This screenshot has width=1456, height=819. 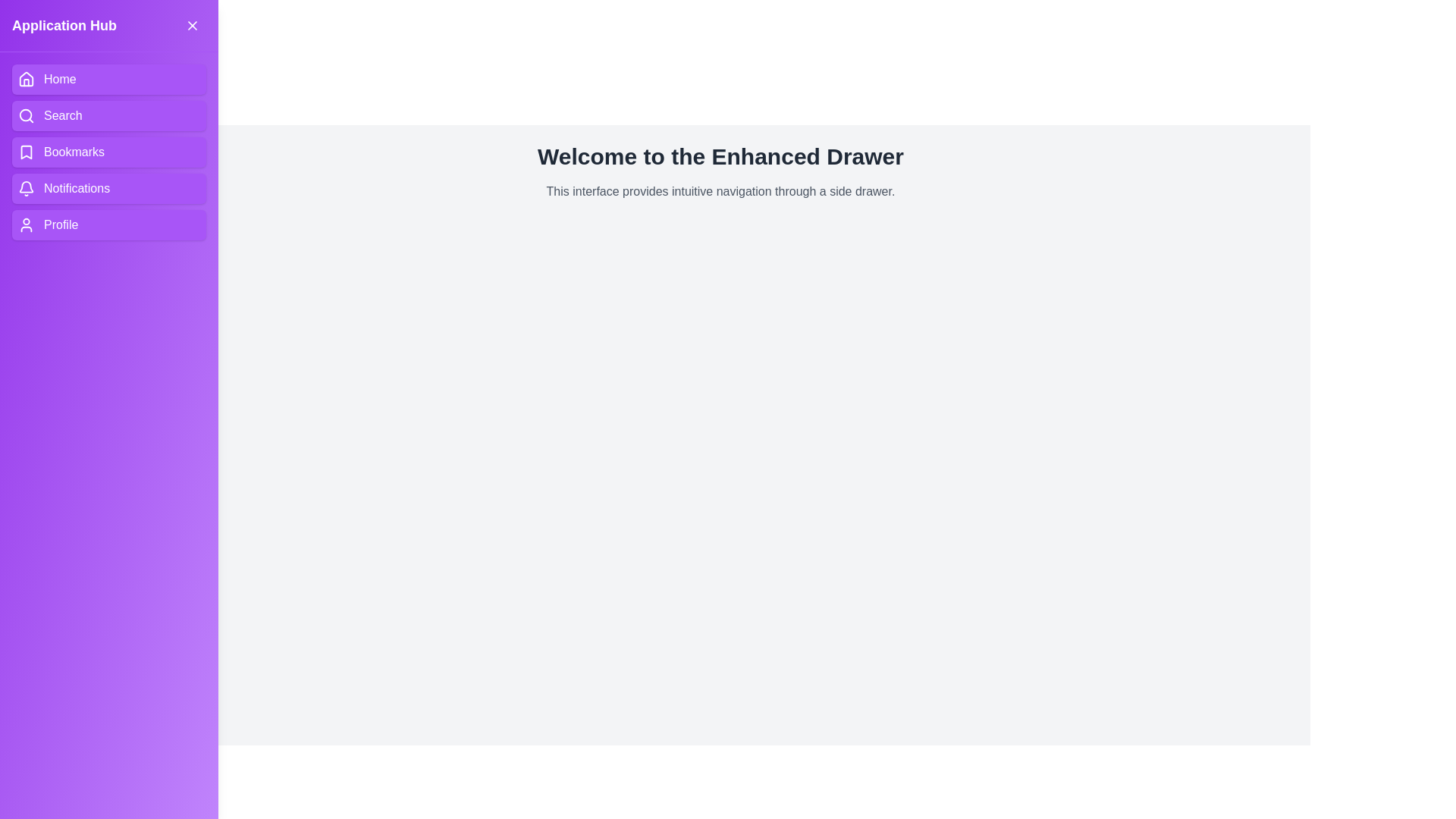 I want to click on the navigation item Home in the drawer to navigate to the corresponding section, so click(x=108, y=79).